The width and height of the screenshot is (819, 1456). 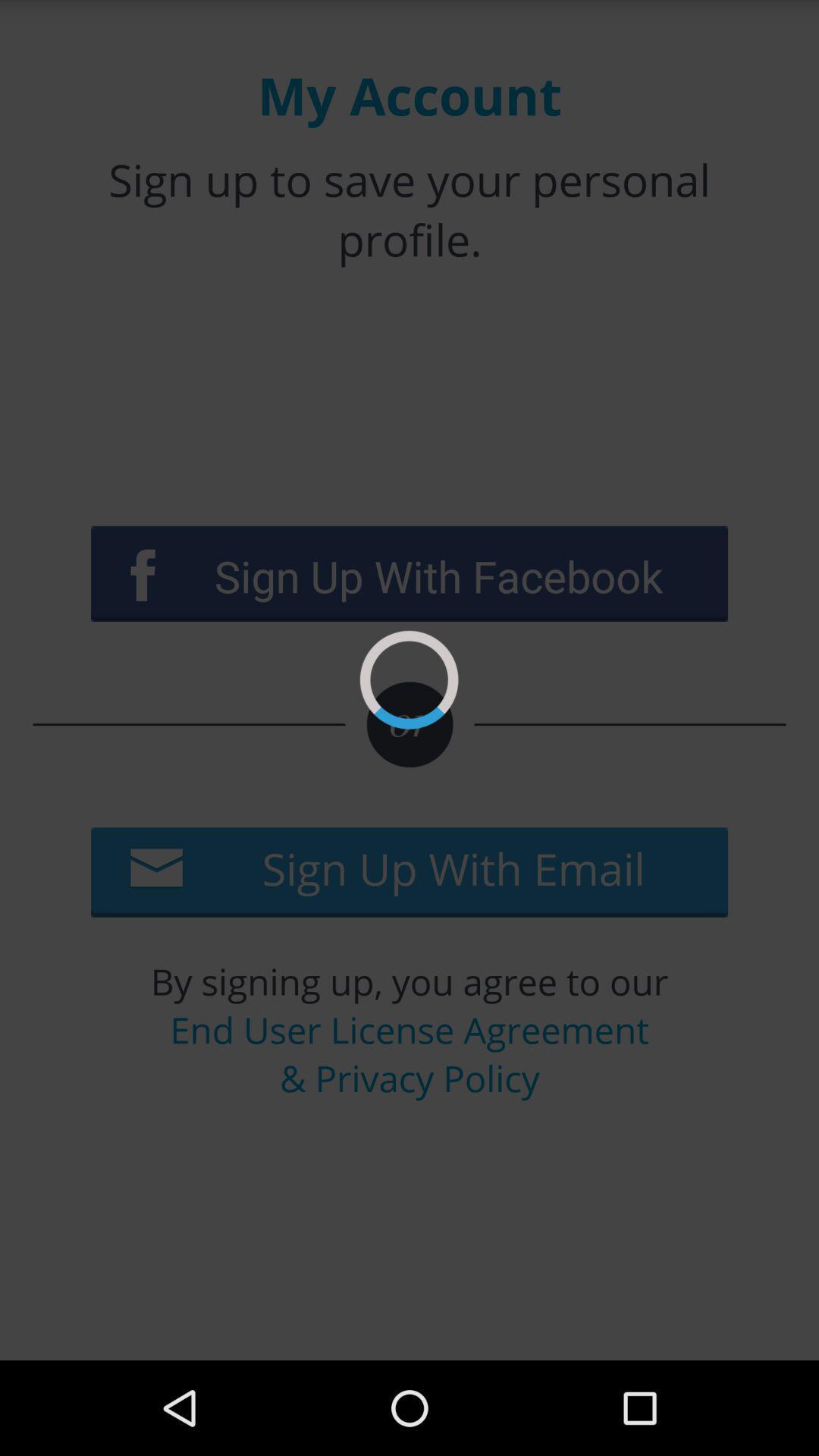 What do you see at coordinates (409, 1053) in the screenshot?
I see `end user license icon` at bounding box center [409, 1053].